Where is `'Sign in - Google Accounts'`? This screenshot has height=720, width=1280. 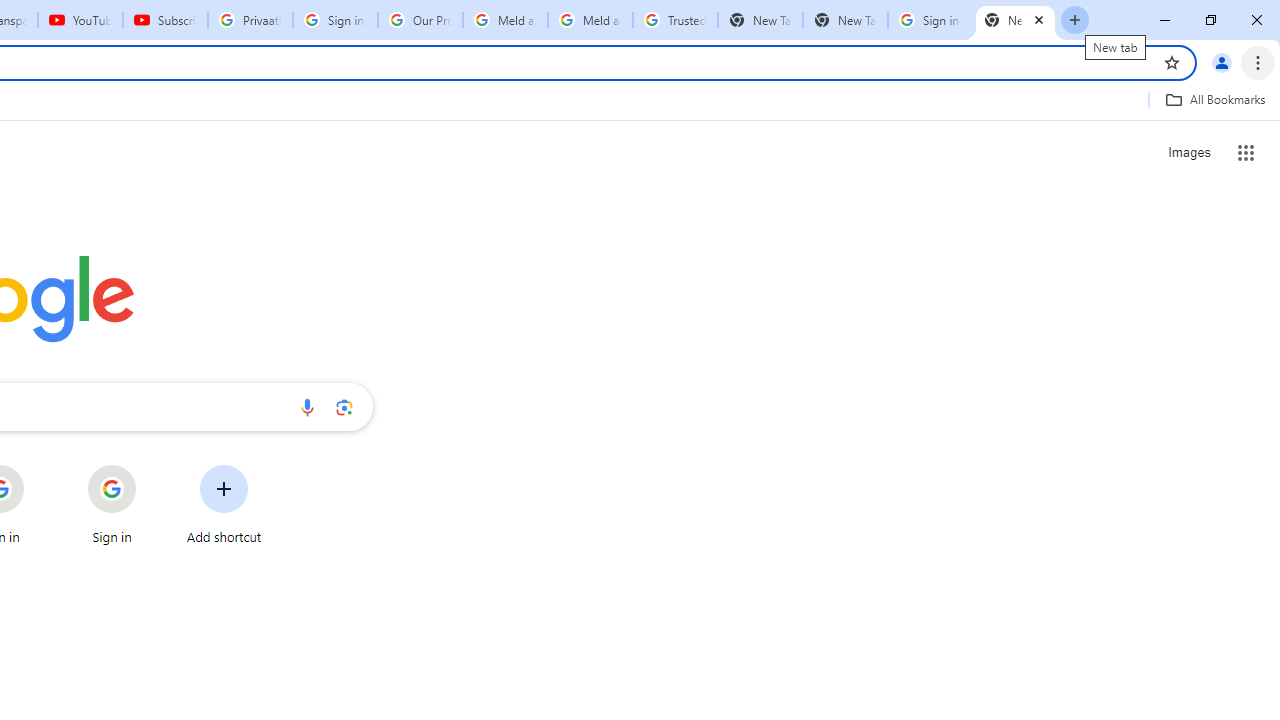
'Sign in - Google Accounts' is located at coordinates (929, 20).